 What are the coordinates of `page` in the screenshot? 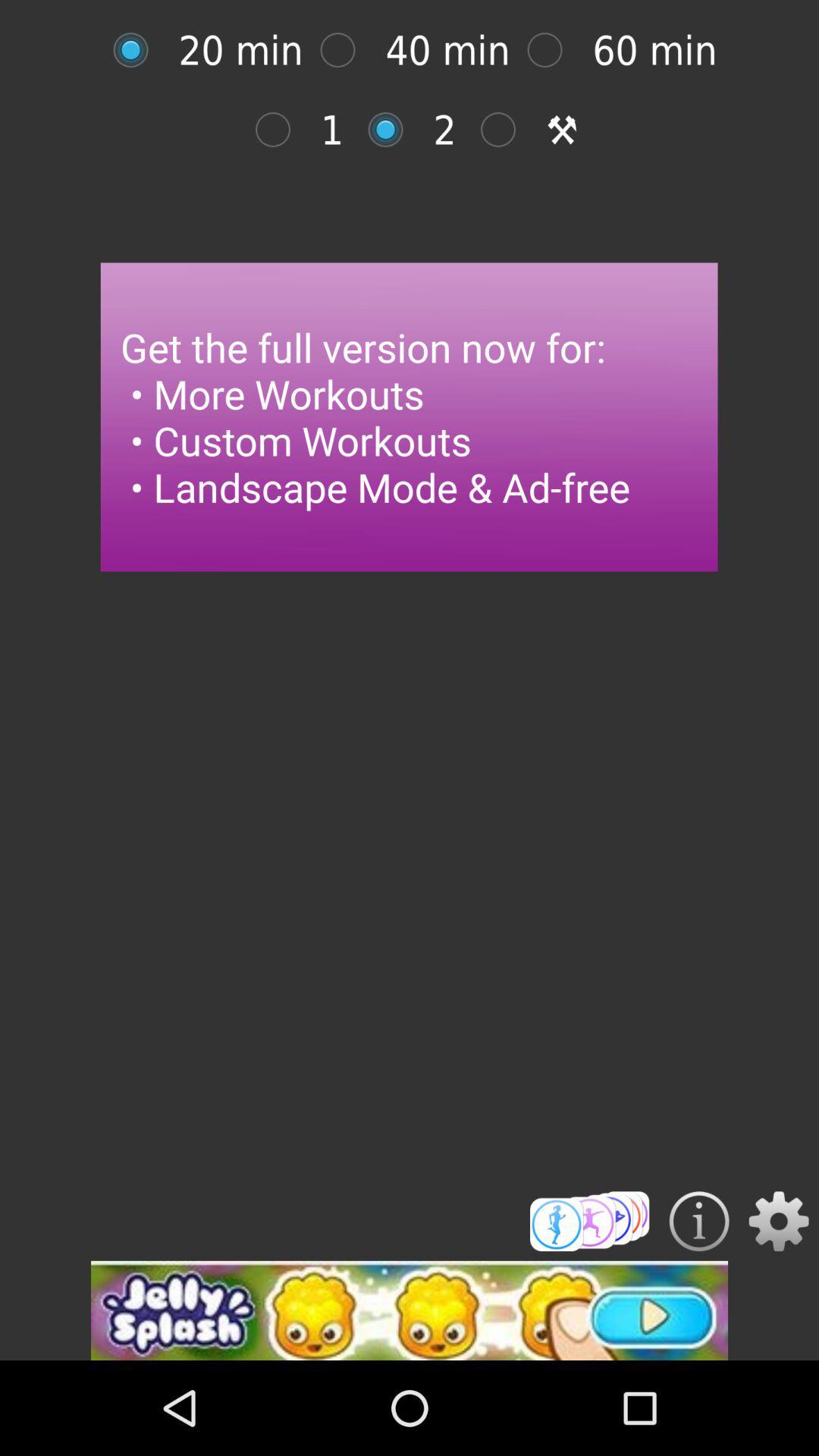 It's located at (506, 130).